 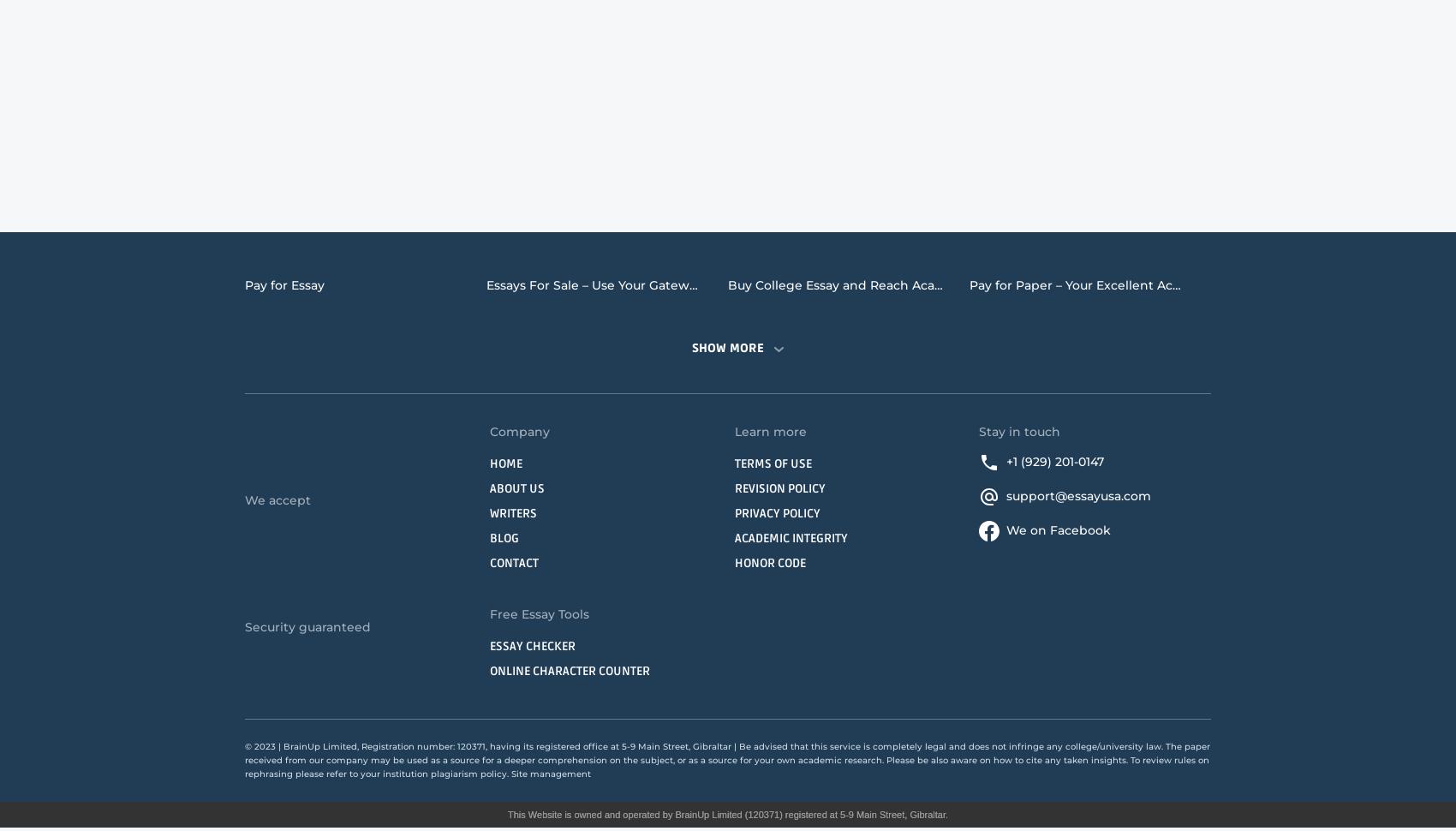 What do you see at coordinates (728, 506) in the screenshot?
I see `'Narrative Essay Writing Service'` at bounding box center [728, 506].